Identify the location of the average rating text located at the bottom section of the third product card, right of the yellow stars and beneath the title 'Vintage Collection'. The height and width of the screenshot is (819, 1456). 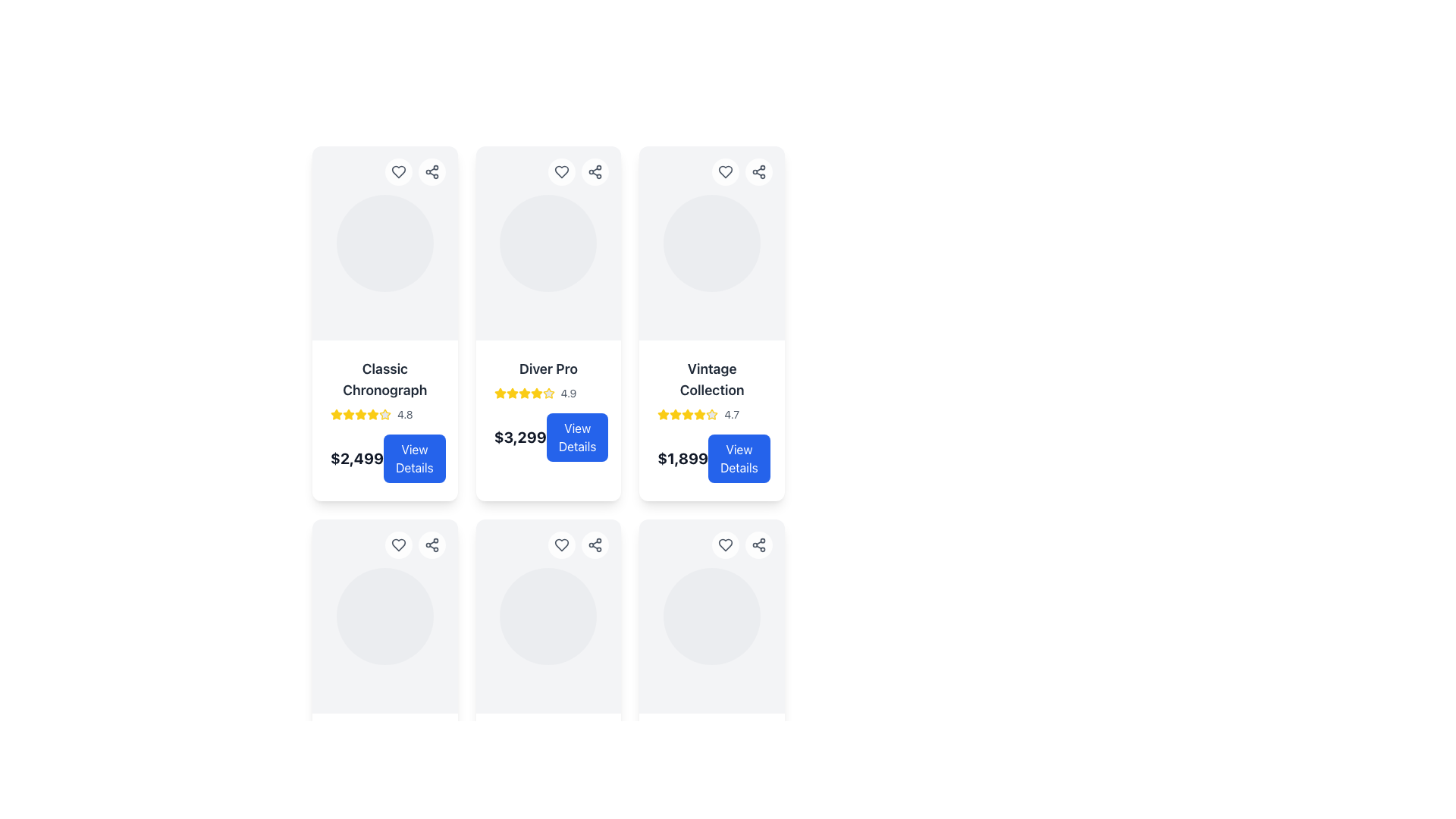
(732, 415).